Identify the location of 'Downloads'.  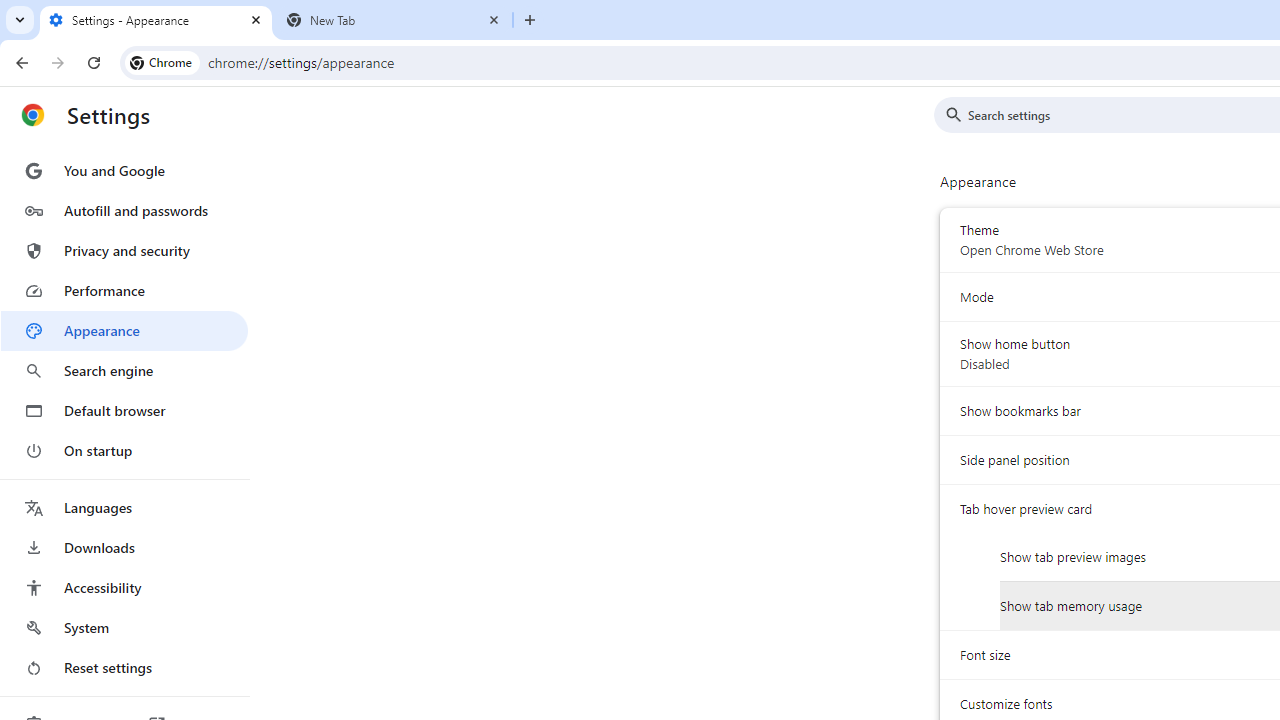
(123, 547).